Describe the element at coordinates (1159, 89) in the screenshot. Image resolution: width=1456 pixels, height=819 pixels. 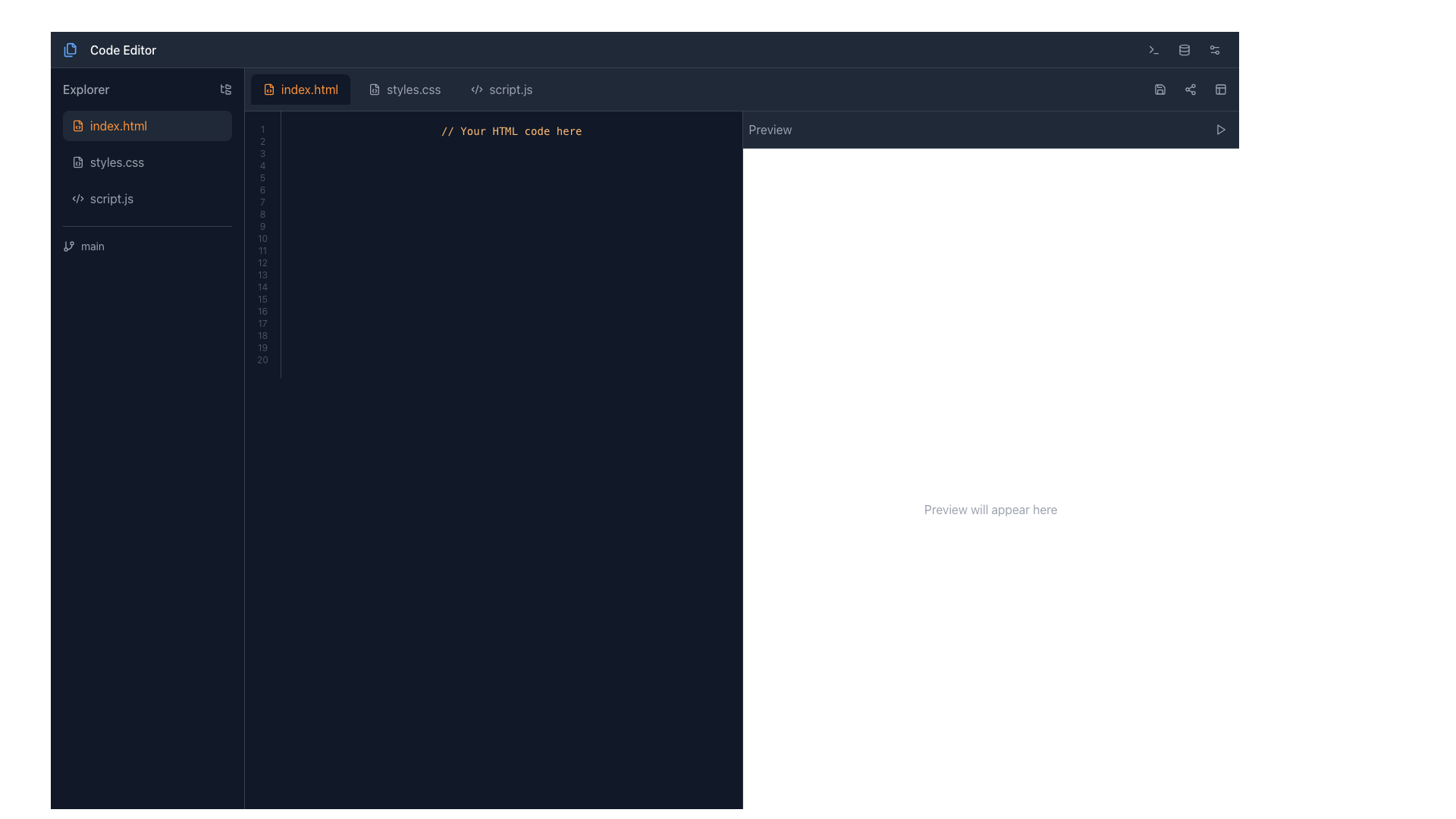
I see `the first button in the horizontal group at the top-right section of the interface, which features a save icon` at that location.